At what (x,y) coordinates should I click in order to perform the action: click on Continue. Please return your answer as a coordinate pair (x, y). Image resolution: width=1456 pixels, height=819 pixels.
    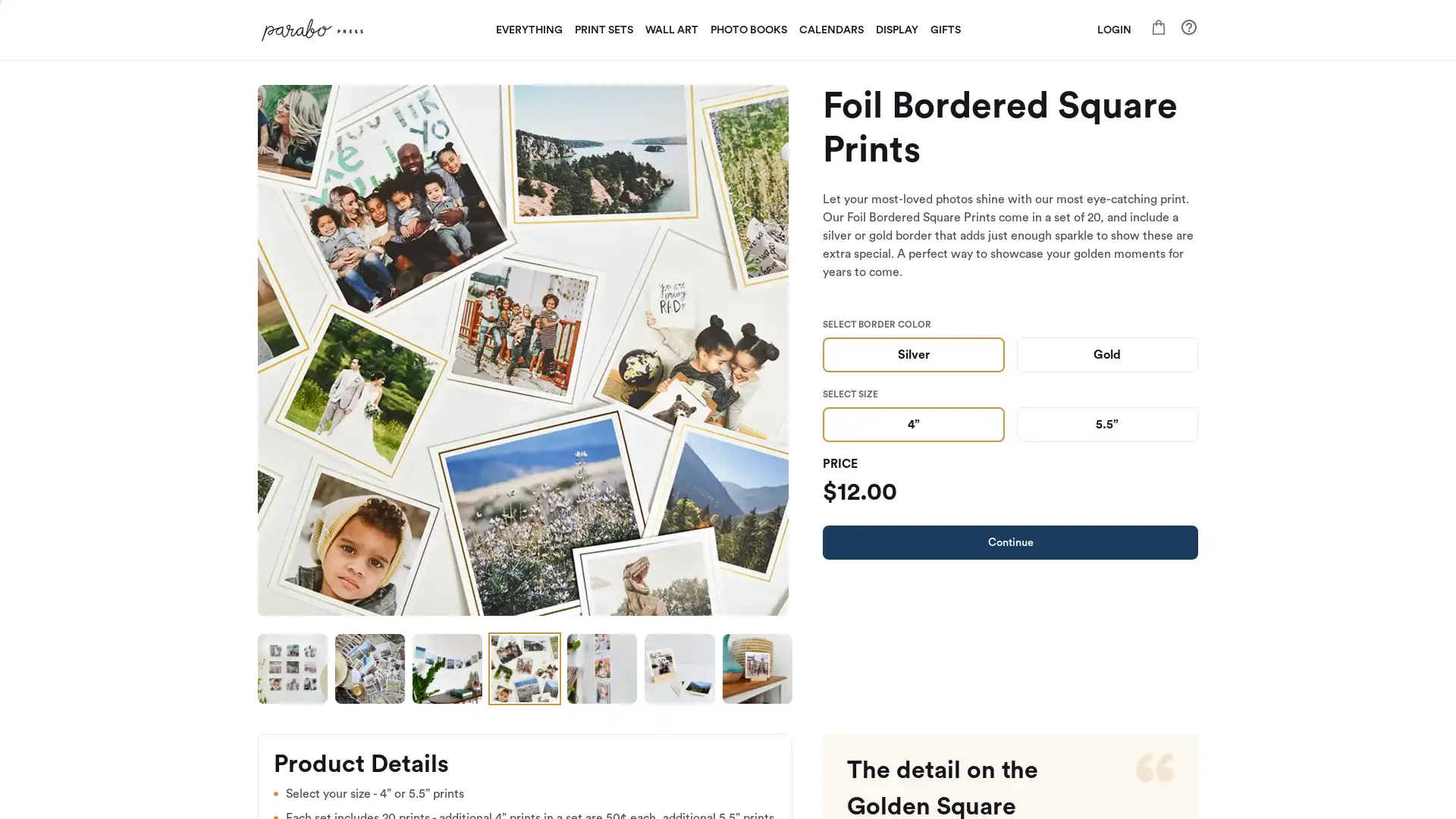
    Looking at the image, I should click on (1010, 541).